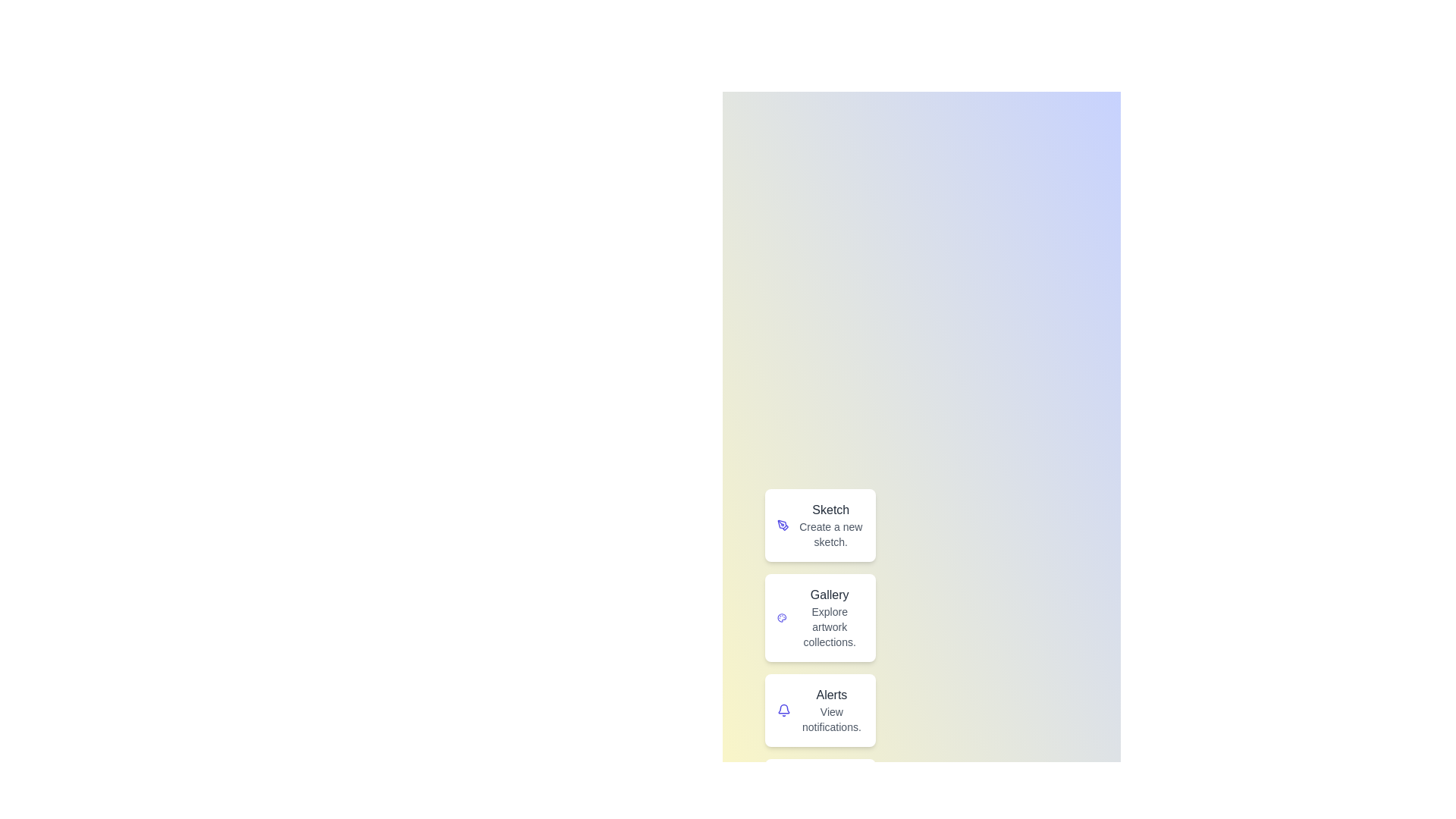 This screenshot has height=819, width=1456. I want to click on the Alerts button to perform its action, so click(819, 711).